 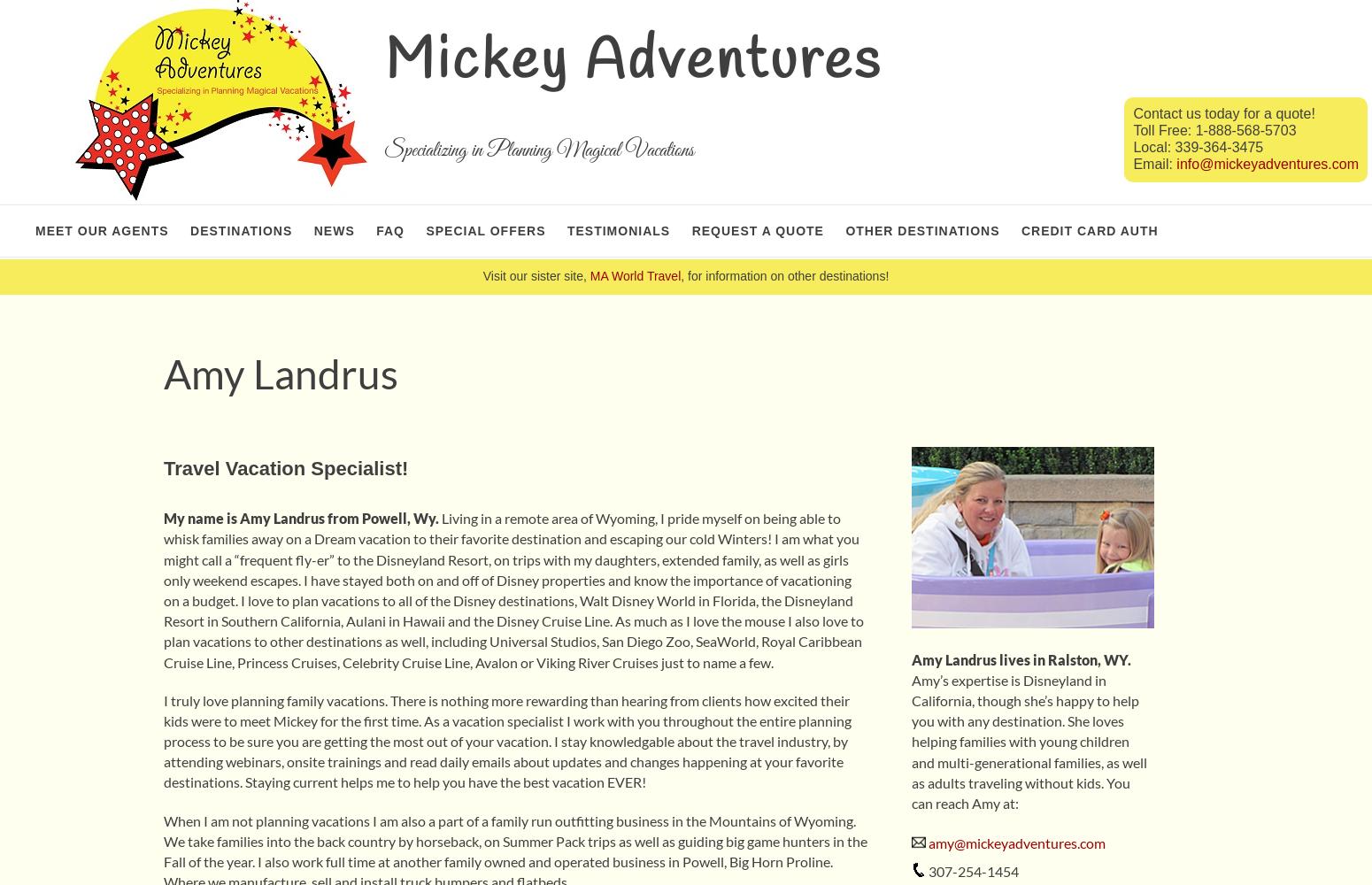 I want to click on ', for information on other destinations!', so click(x=784, y=276).